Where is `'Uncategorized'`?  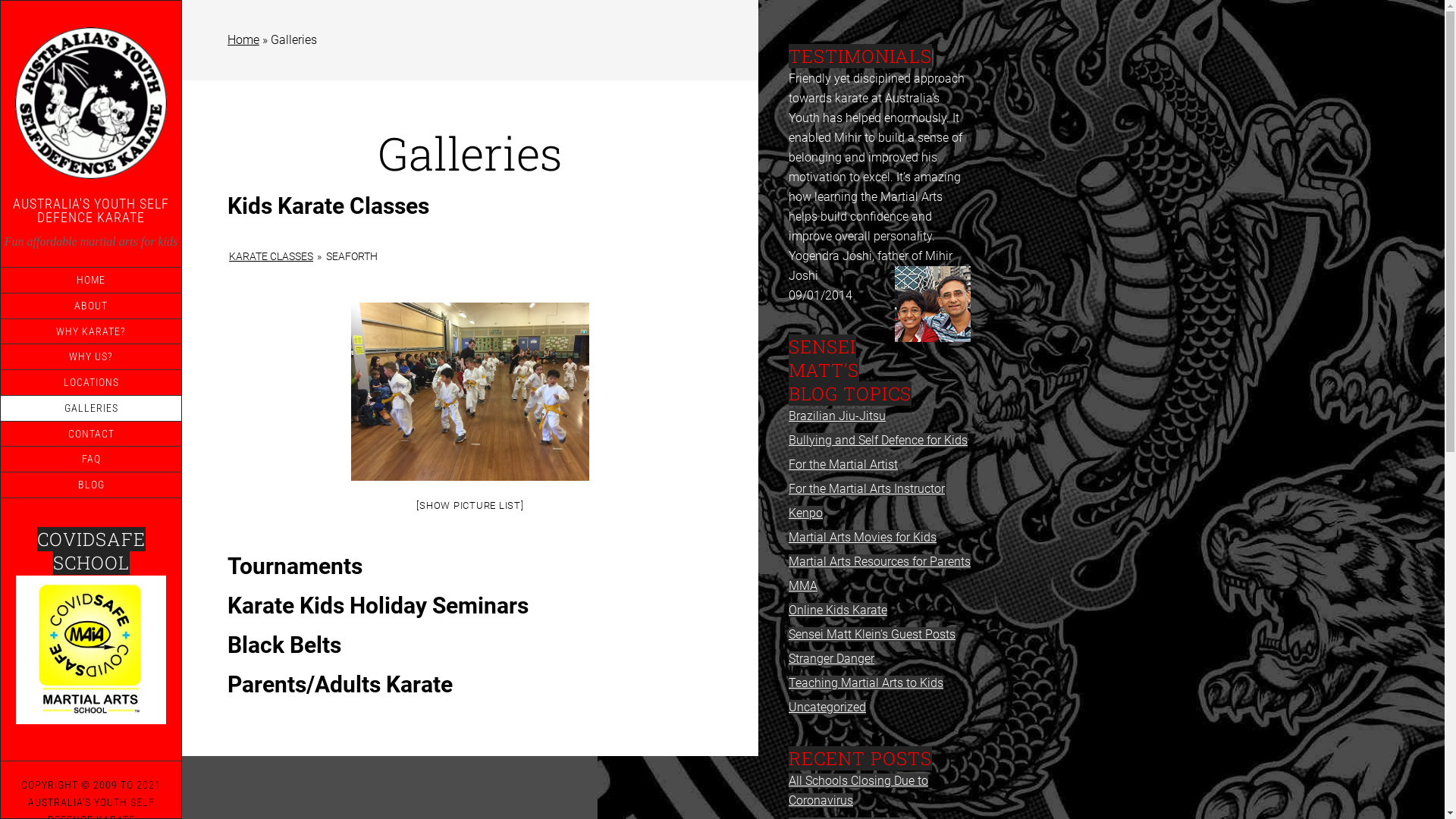
'Uncategorized' is located at coordinates (826, 707).